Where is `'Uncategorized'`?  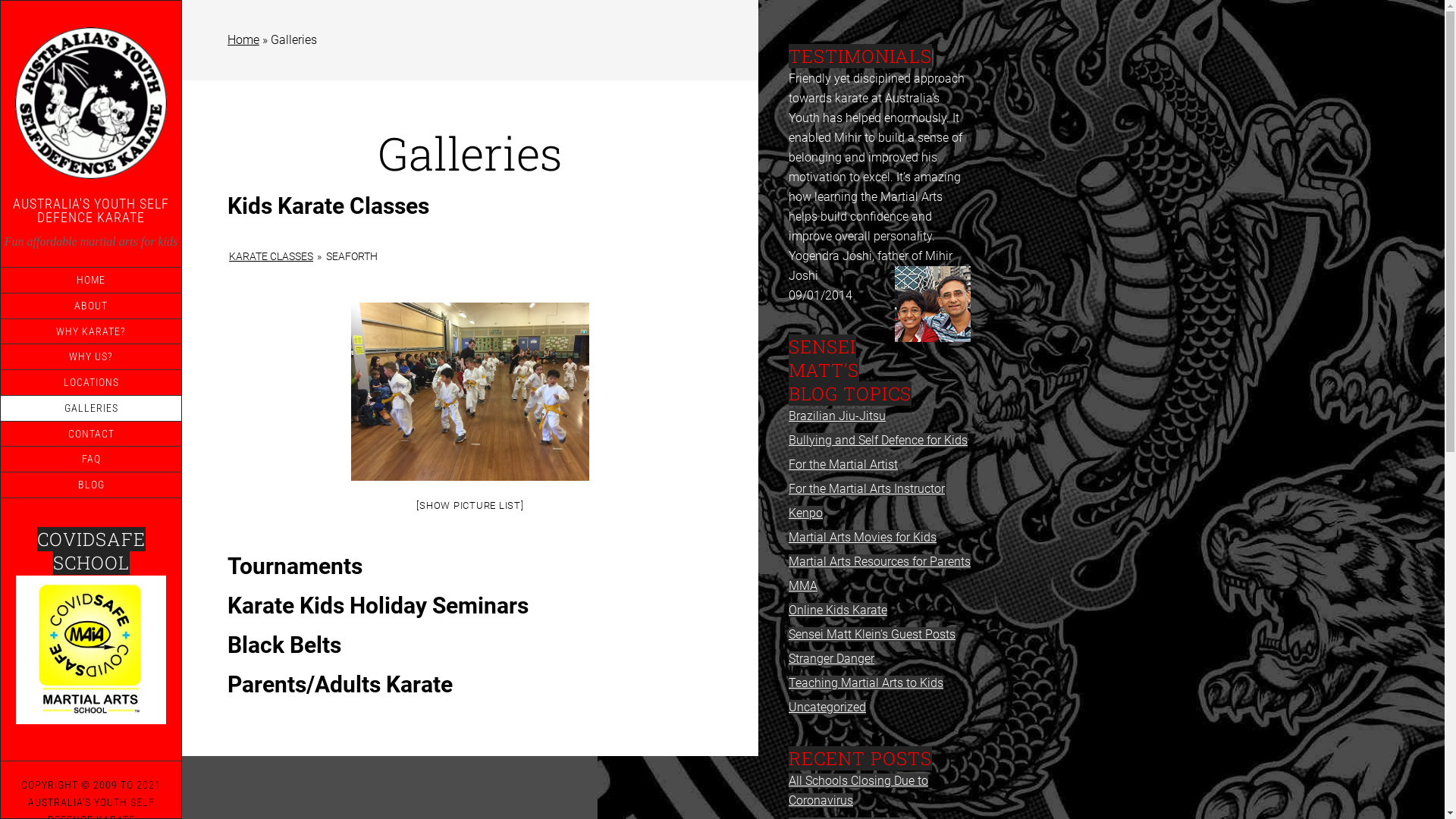
'Uncategorized' is located at coordinates (826, 707).